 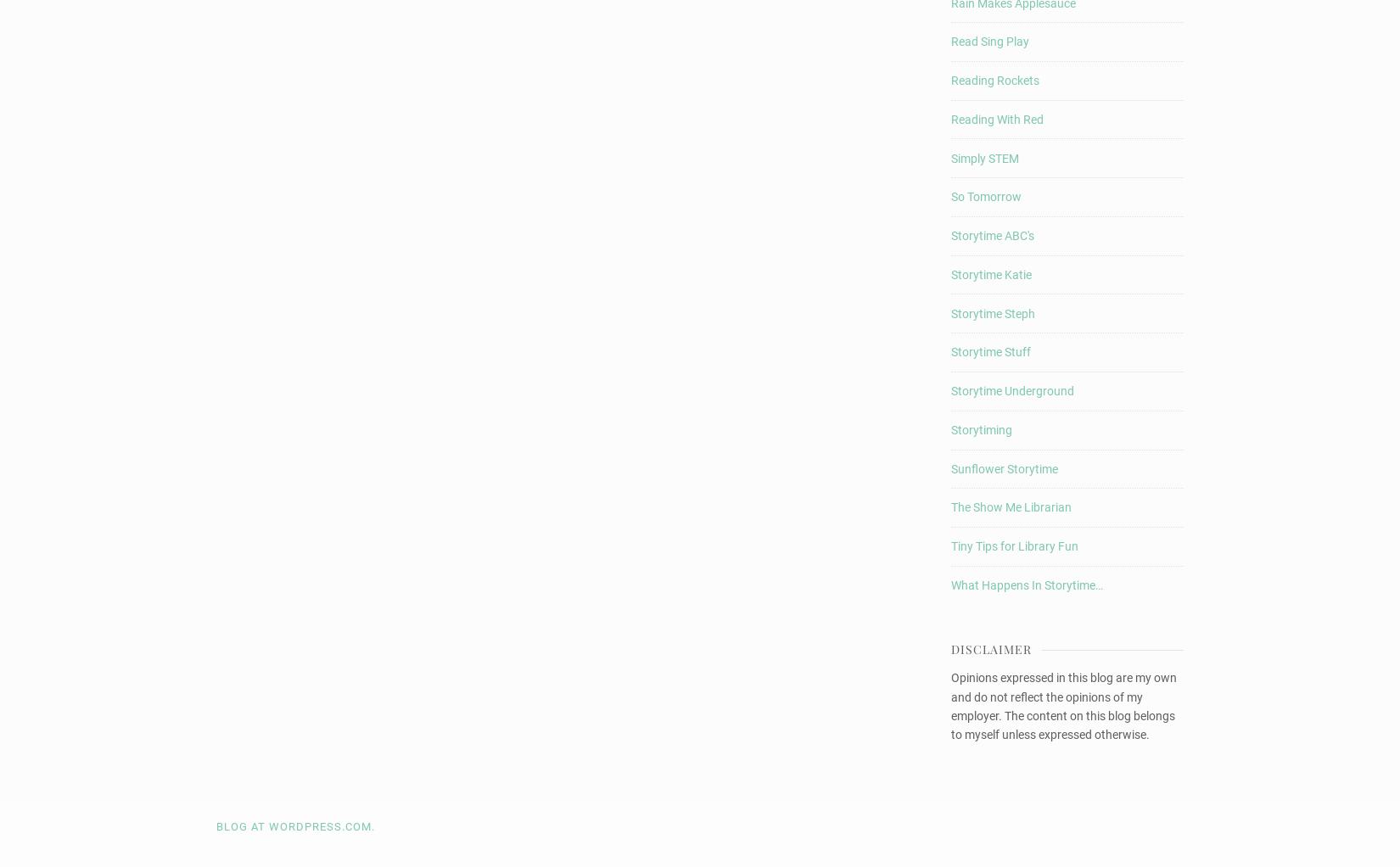 What do you see at coordinates (994, 80) in the screenshot?
I see `'Reading Rockets'` at bounding box center [994, 80].